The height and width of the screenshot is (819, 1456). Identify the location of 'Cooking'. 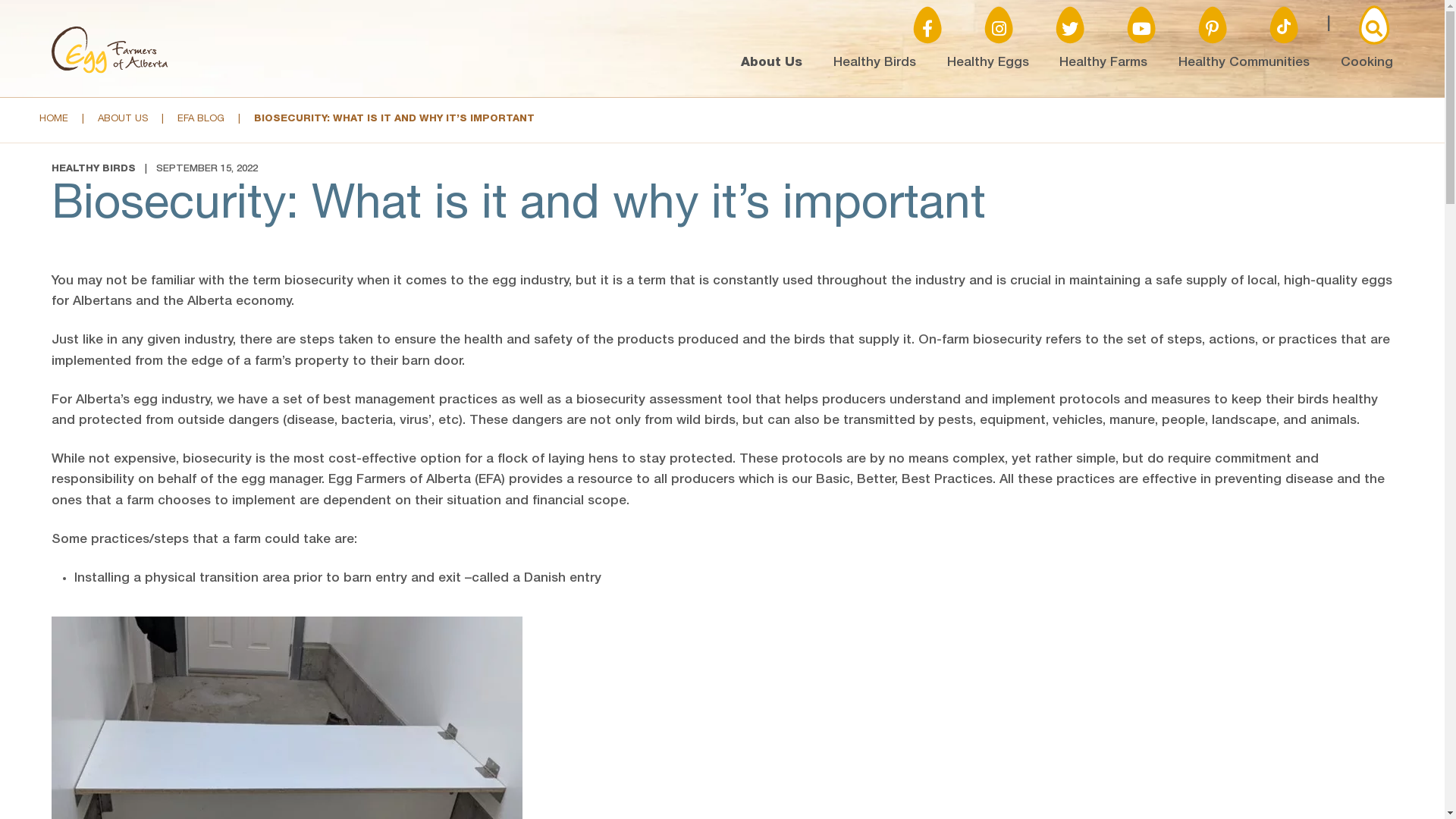
(1367, 62).